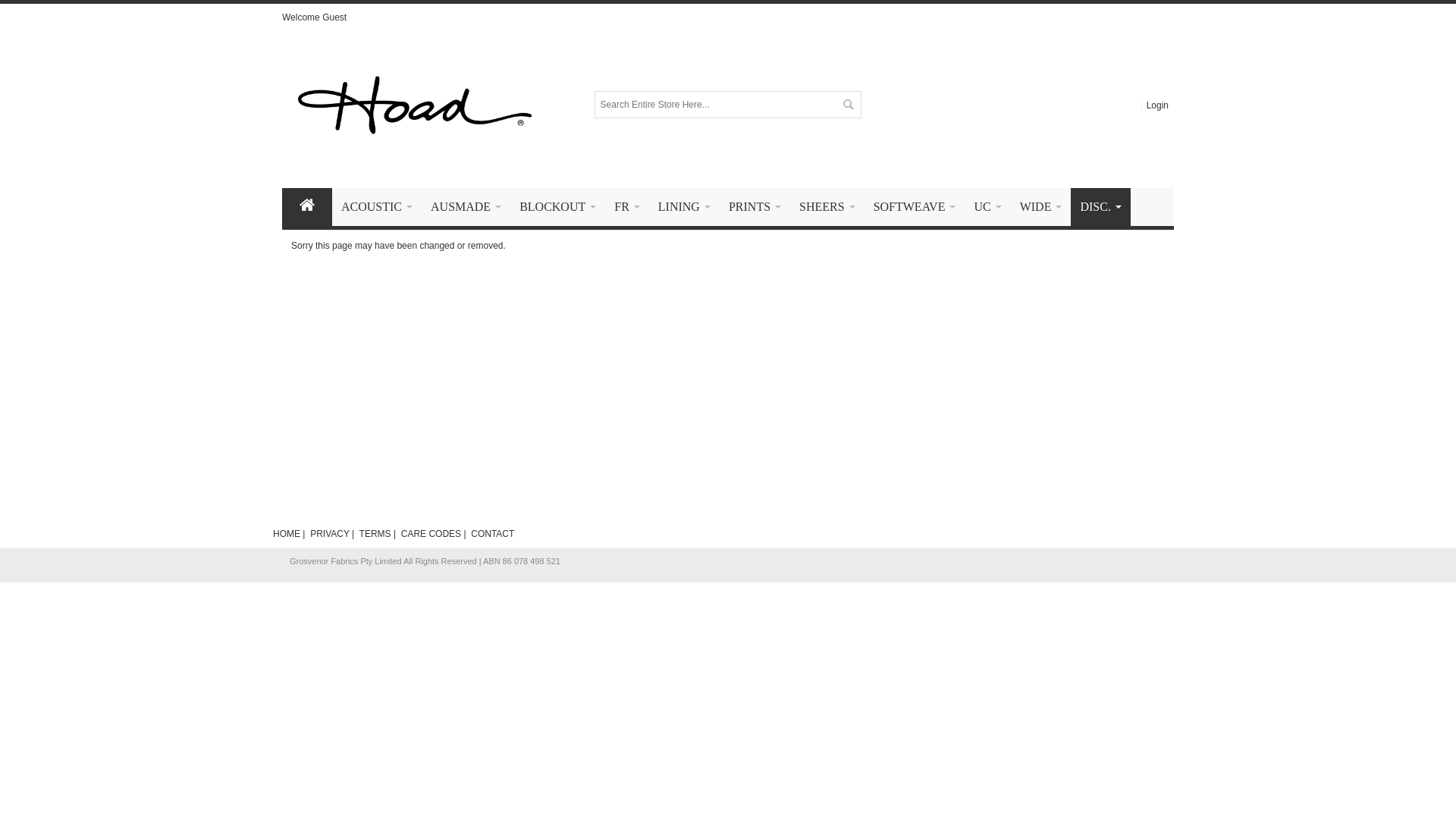  What do you see at coordinates (465, 207) in the screenshot?
I see `'AUSMADE  '` at bounding box center [465, 207].